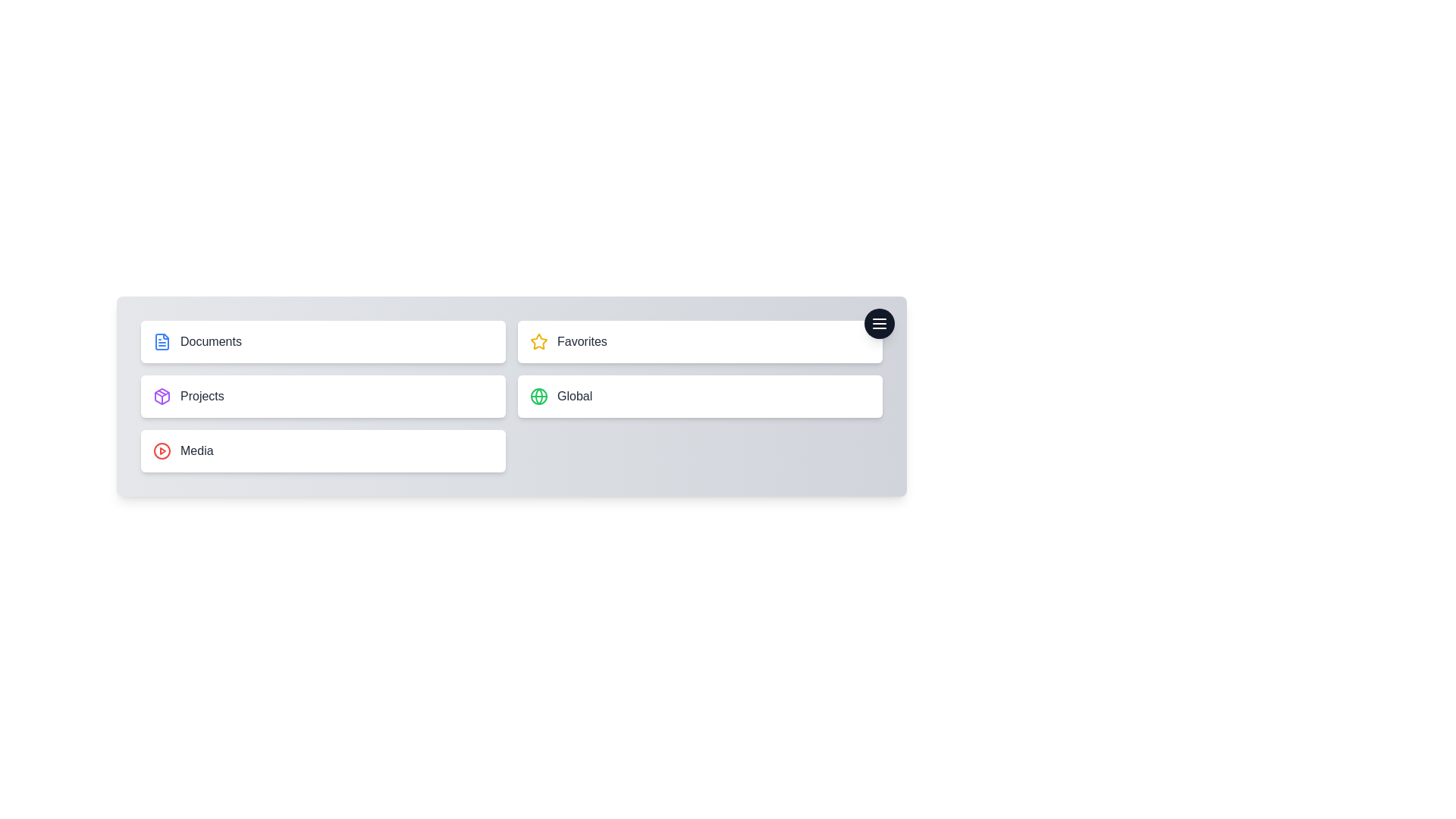 This screenshot has height=819, width=1456. What do you see at coordinates (322, 396) in the screenshot?
I see `the menu item labeled Projects` at bounding box center [322, 396].